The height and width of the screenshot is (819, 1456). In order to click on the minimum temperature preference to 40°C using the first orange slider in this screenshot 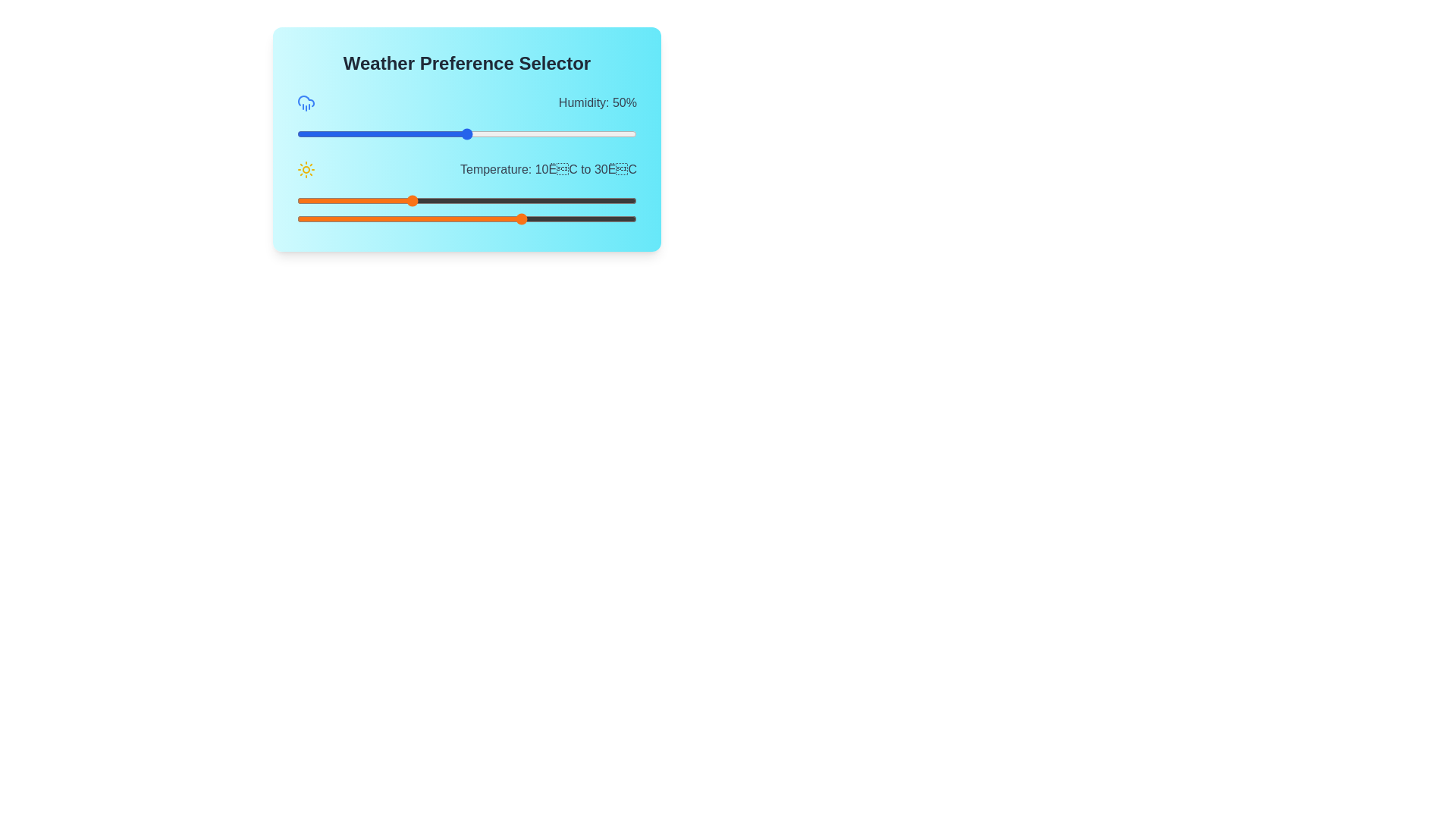, I will do `click(579, 200)`.